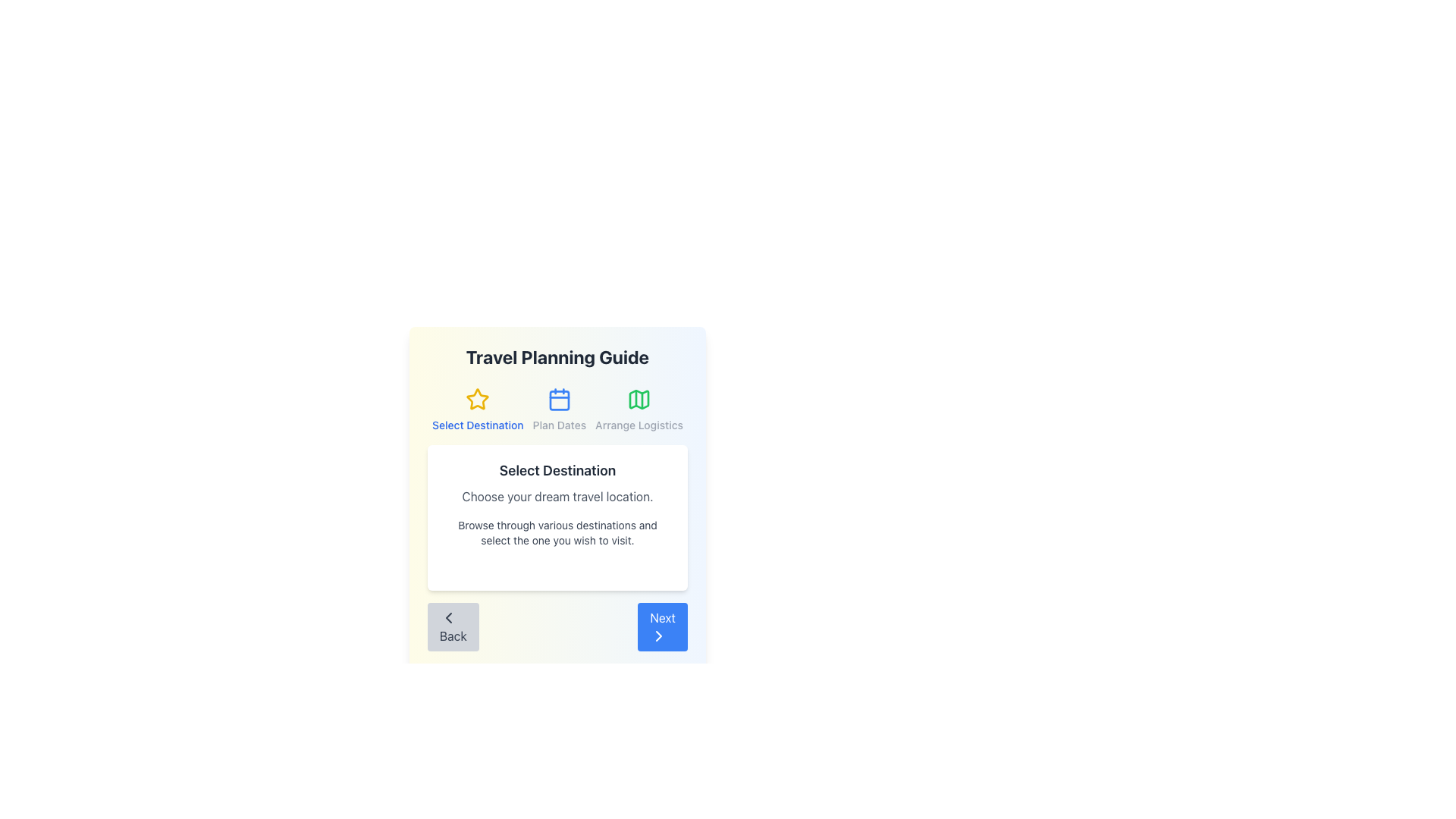 This screenshot has width=1456, height=819. I want to click on the text label displaying 'Arrange Logistics', which is located below a map icon in the 'Travel Planning Guide' card, so click(639, 425).